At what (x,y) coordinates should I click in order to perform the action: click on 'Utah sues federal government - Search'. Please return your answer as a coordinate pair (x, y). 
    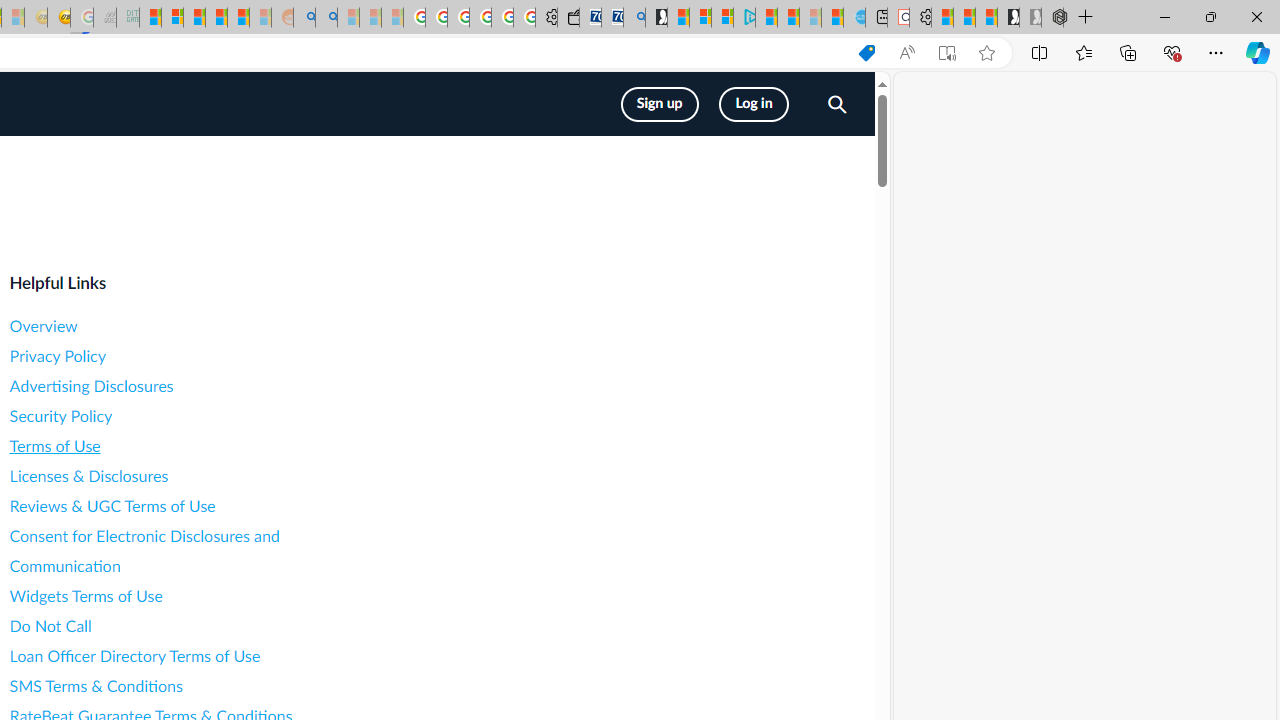
    Looking at the image, I should click on (326, 17).